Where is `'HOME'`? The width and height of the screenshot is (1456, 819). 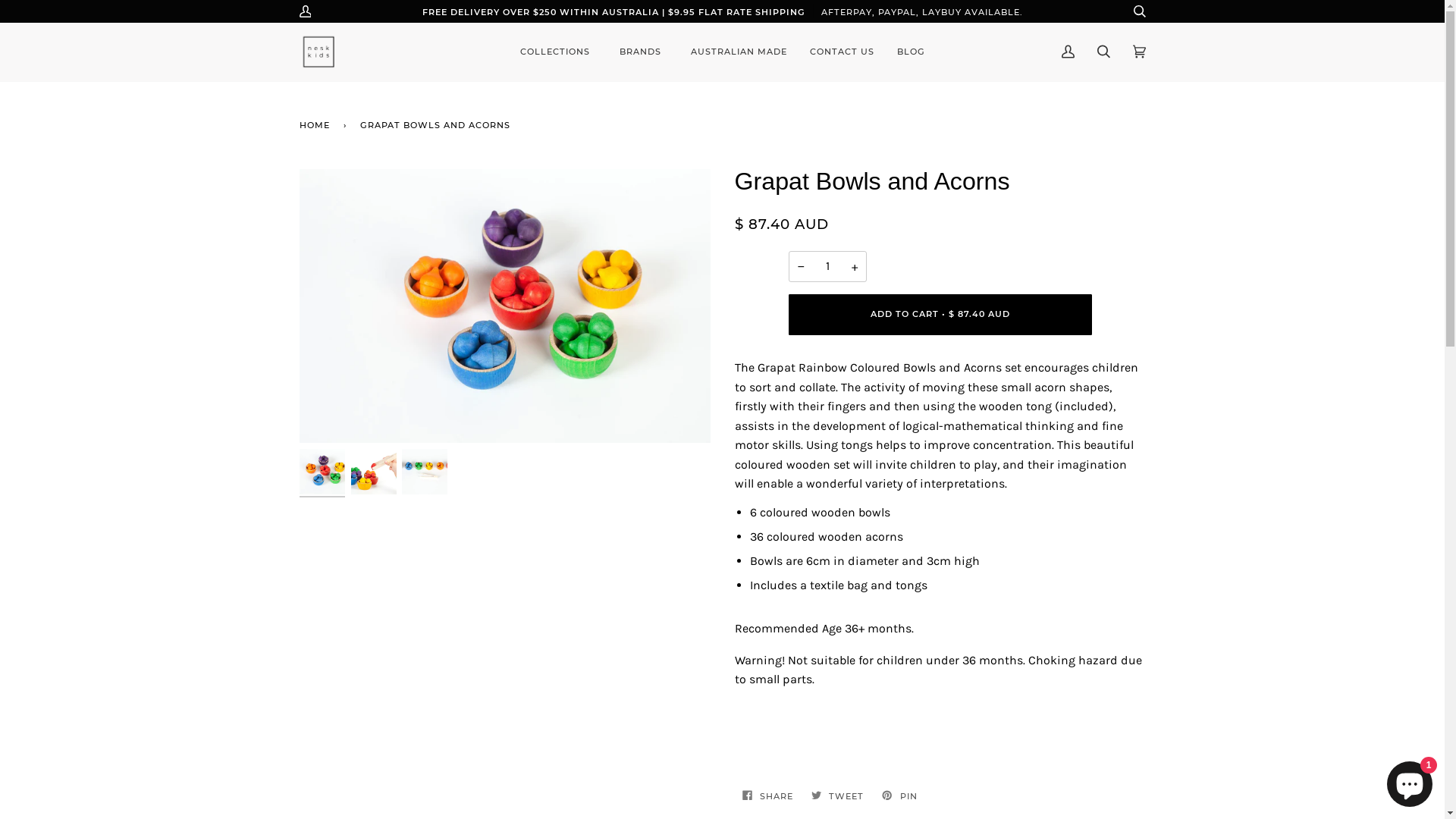
'HOME' is located at coordinates (315, 124).